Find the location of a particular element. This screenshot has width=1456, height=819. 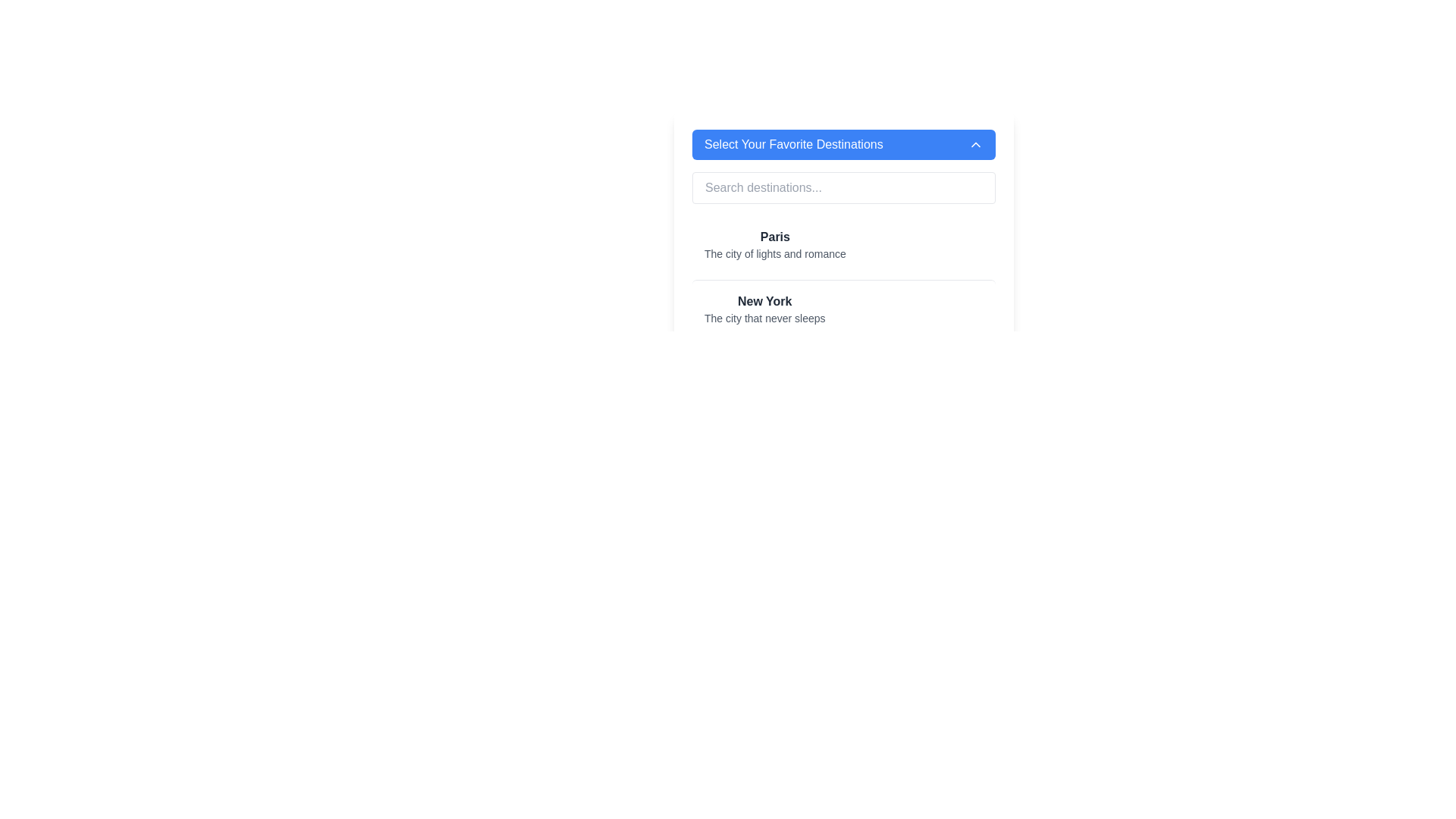

the non-interactive Text Label providing context about 'Paris', which is centrally located below the title 'Paris' is located at coordinates (775, 253).